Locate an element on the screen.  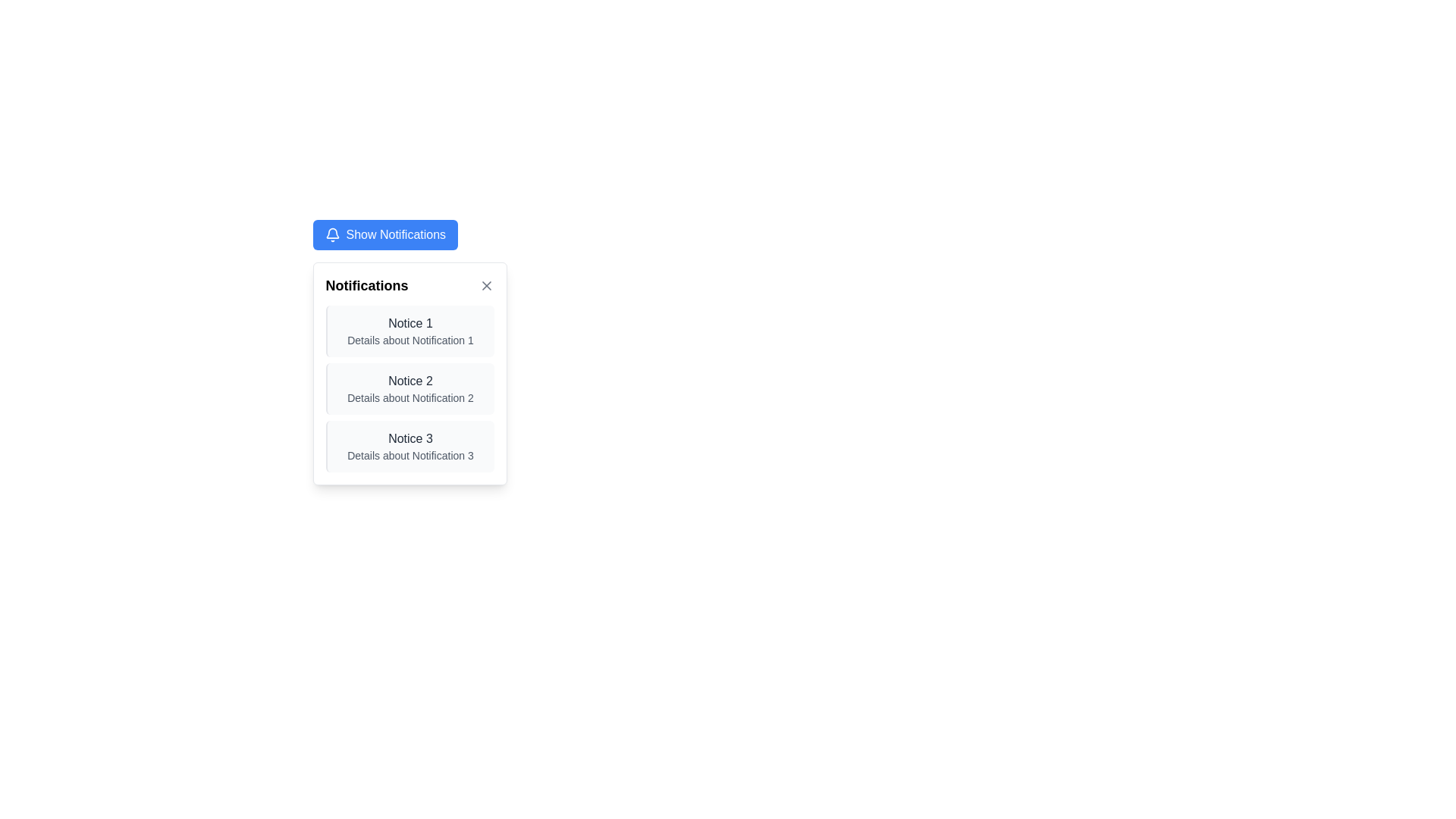
the bell icon within the 'Show Notifications' button, which is styled with a minimalistic outline and indicates notifications is located at coordinates (331, 234).